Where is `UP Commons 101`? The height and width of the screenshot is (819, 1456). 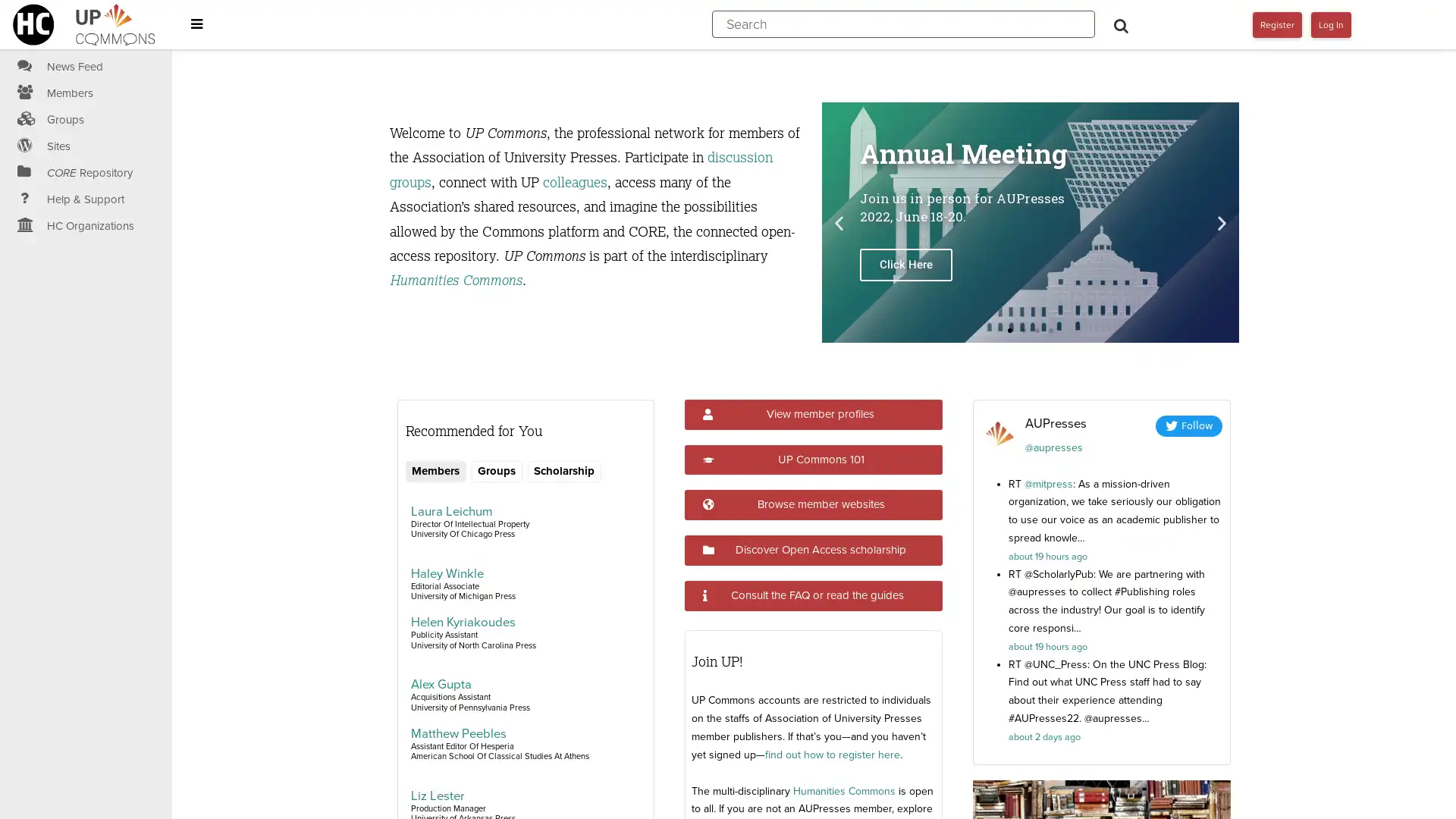 UP Commons 101 is located at coordinates (813, 459).